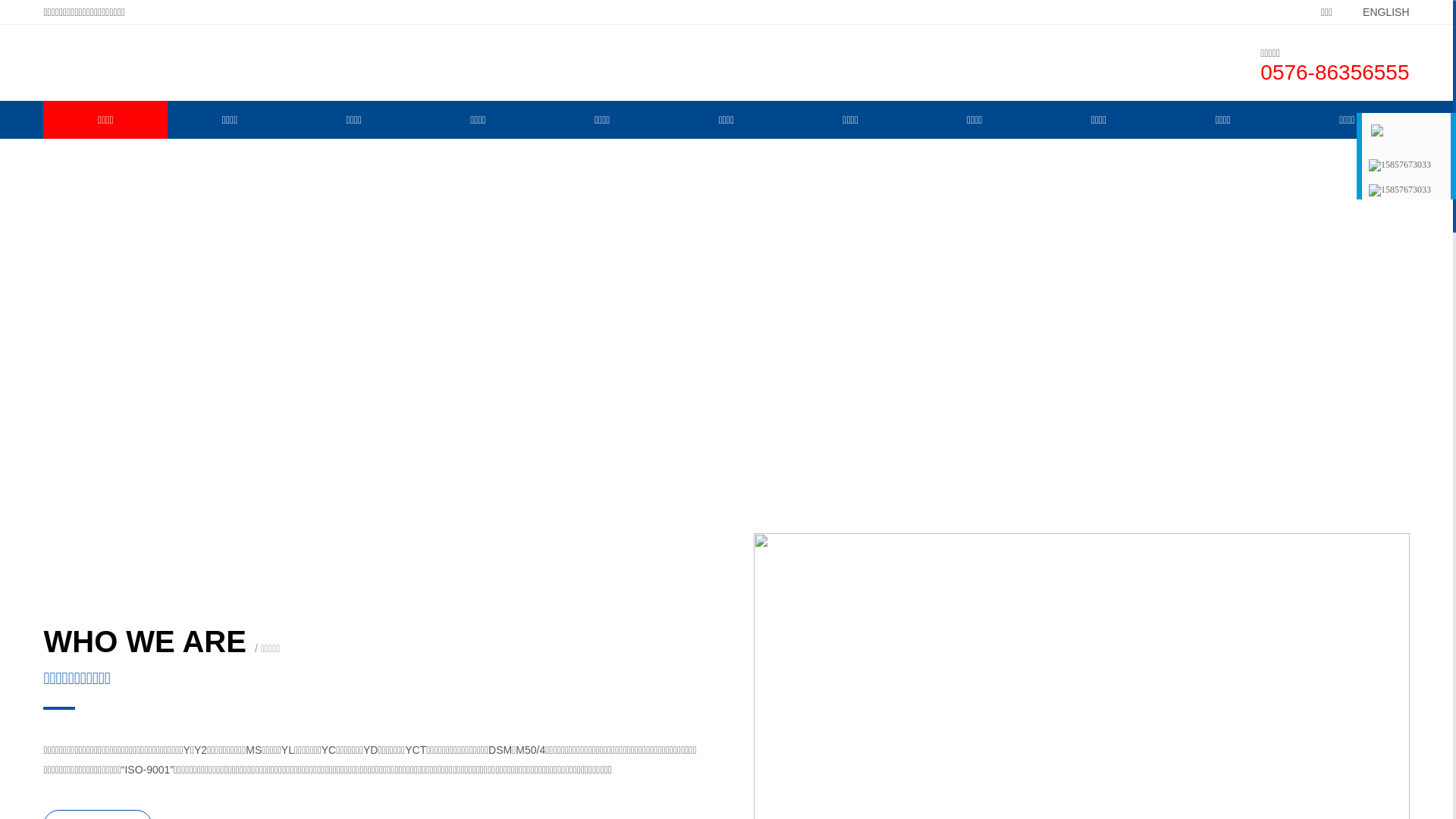  I want to click on 'ENGLISH', so click(1374, 11).